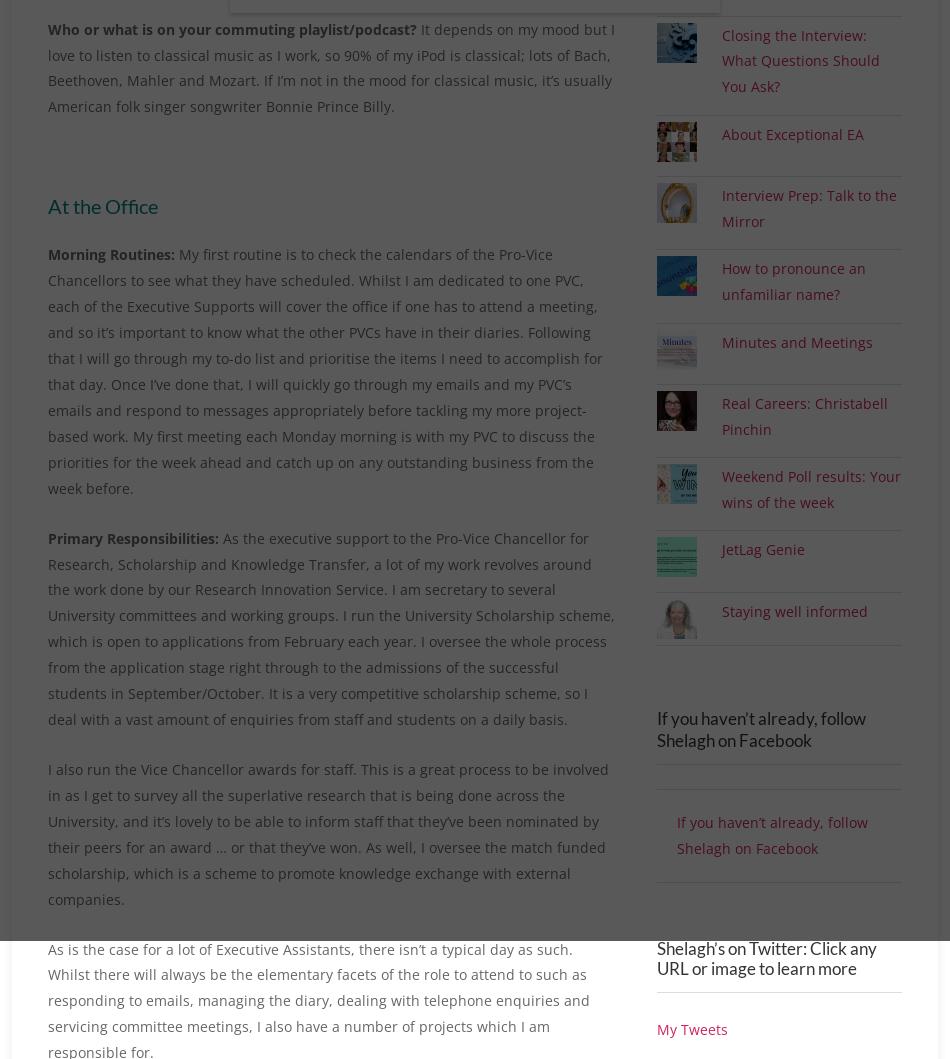 The height and width of the screenshot is (1059, 950). What do you see at coordinates (135, 536) in the screenshot?
I see `'Primary Responsibilities:'` at bounding box center [135, 536].